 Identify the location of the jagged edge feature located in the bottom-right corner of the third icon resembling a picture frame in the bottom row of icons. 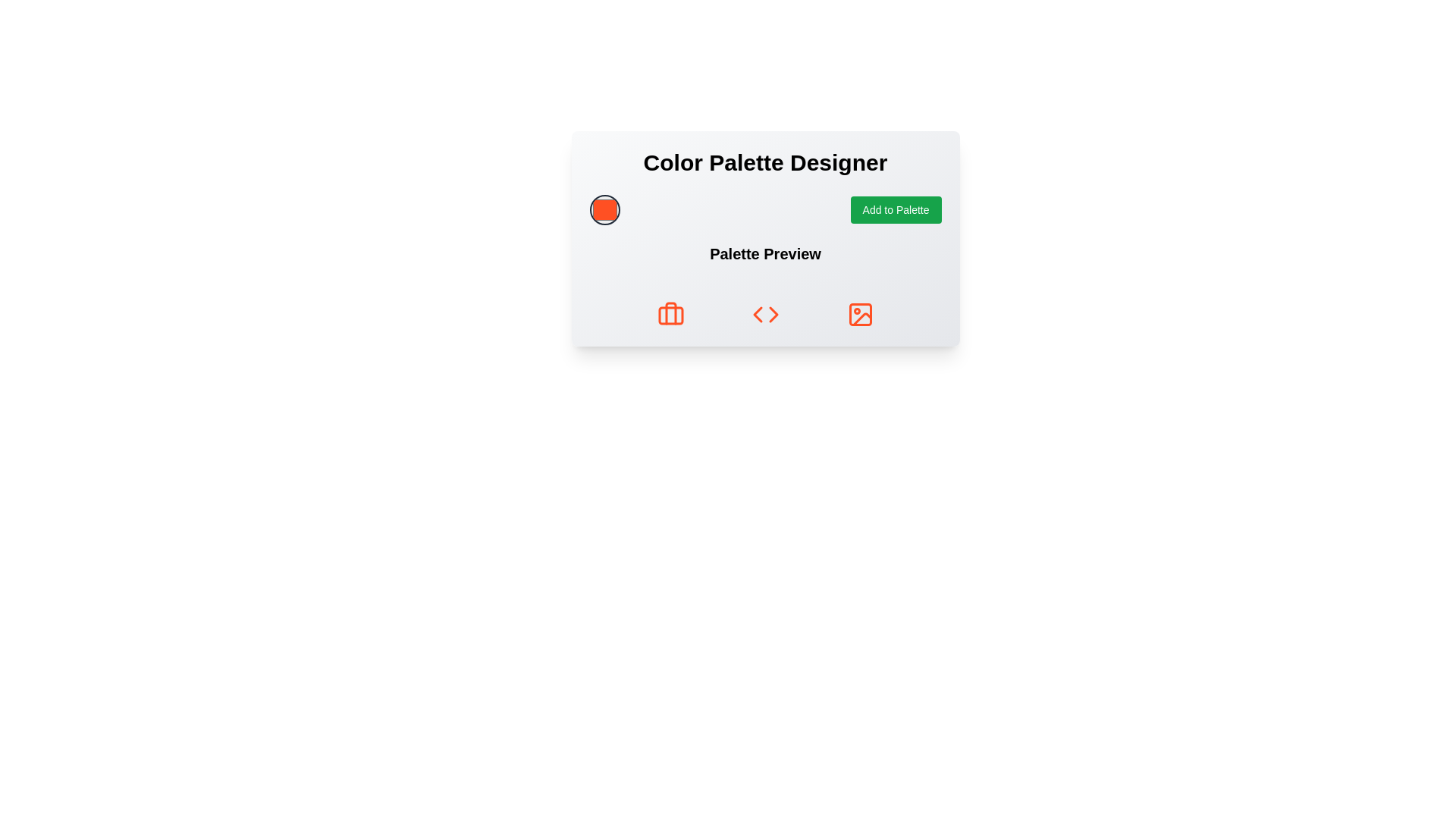
(861, 318).